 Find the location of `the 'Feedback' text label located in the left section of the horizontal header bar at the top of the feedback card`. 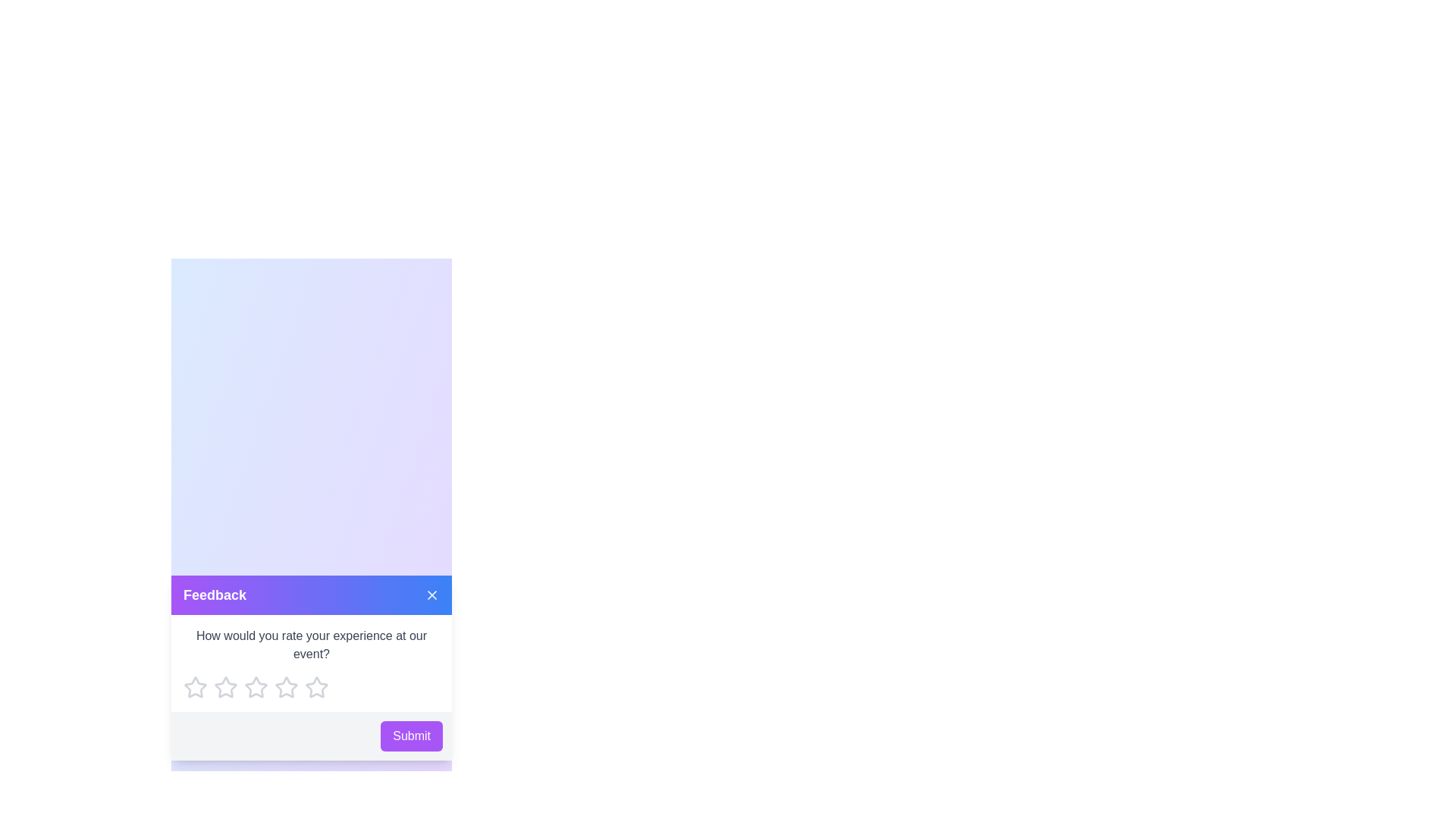

the 'Feedback' text label located in the left section of the horizontal header bar at the top of the feedback card is located at coordinates (214, 595).